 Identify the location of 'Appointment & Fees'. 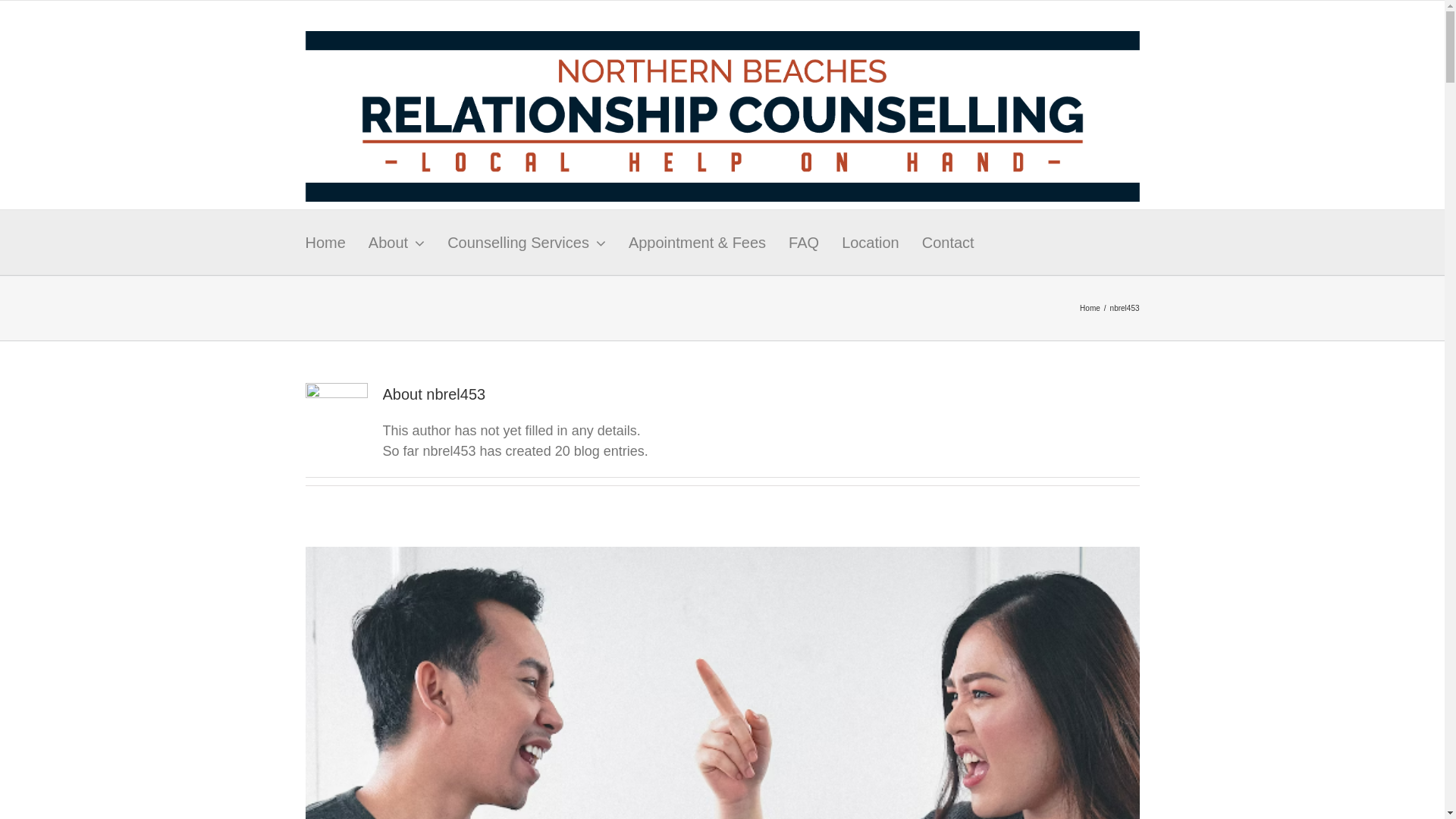
(629, 241).